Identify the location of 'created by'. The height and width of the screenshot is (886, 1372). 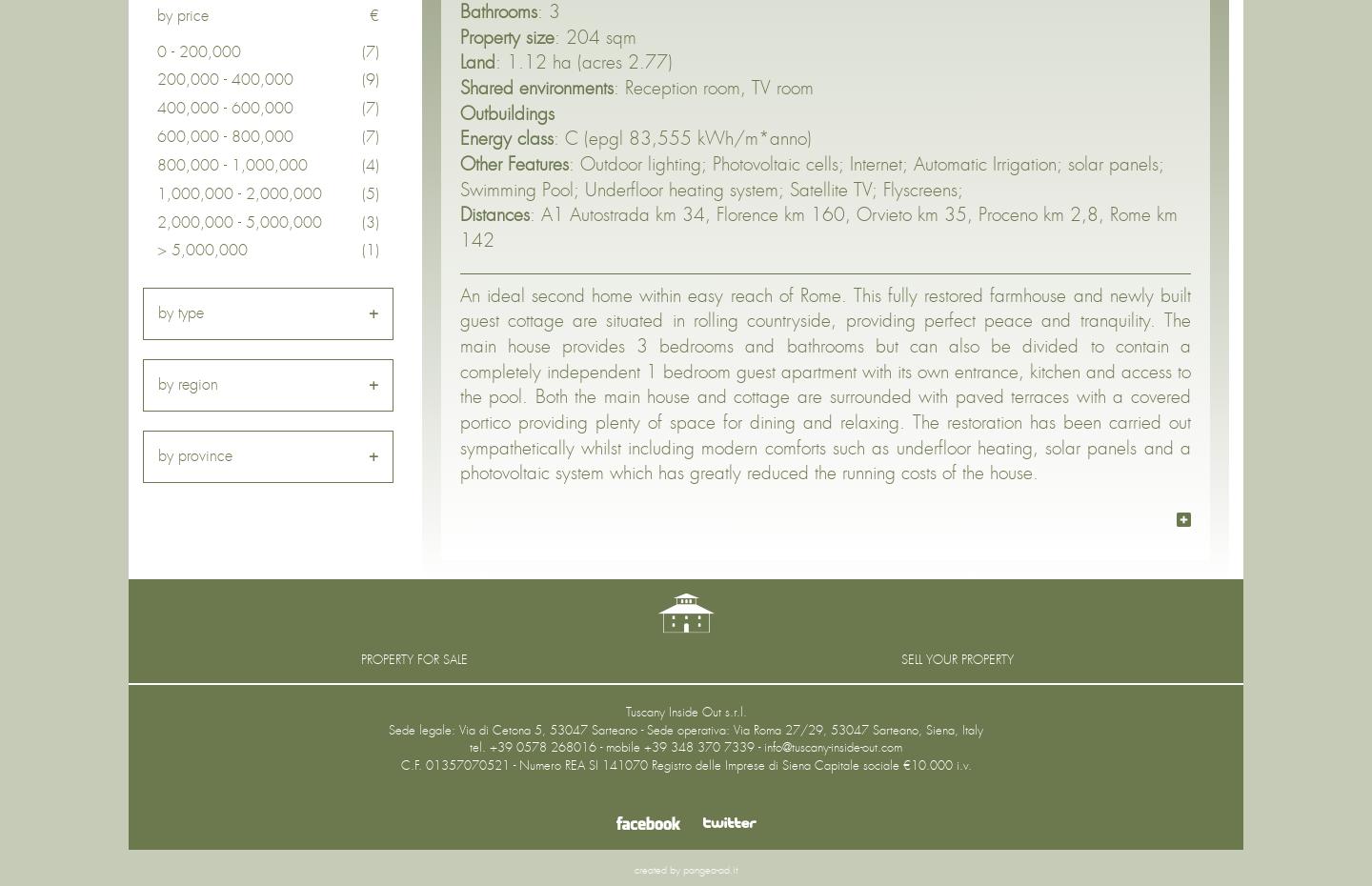
(635, 870).